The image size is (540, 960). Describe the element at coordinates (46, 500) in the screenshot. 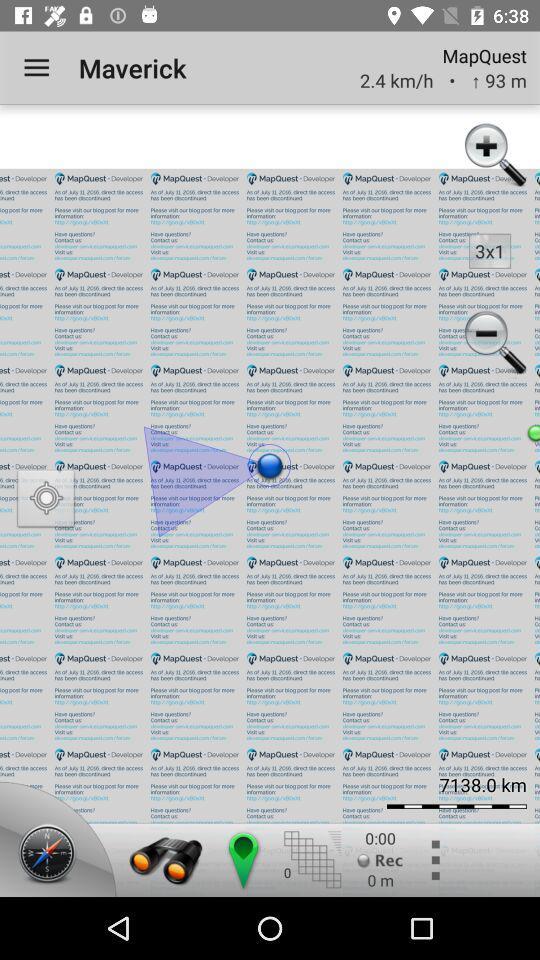

I see `find current position` at that location.